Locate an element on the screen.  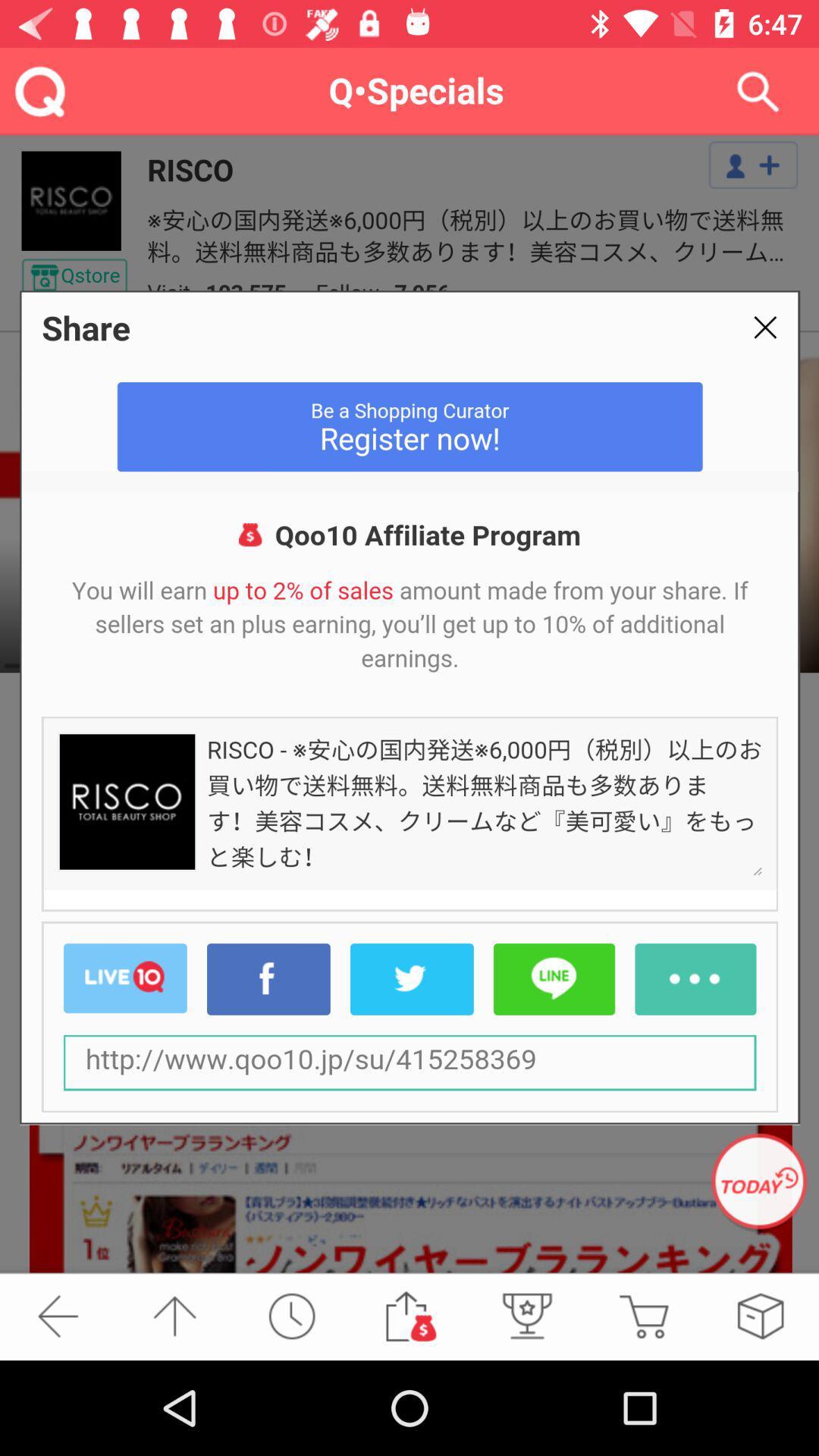
the arrow_backward icon is located at coordinates (57, 1315).